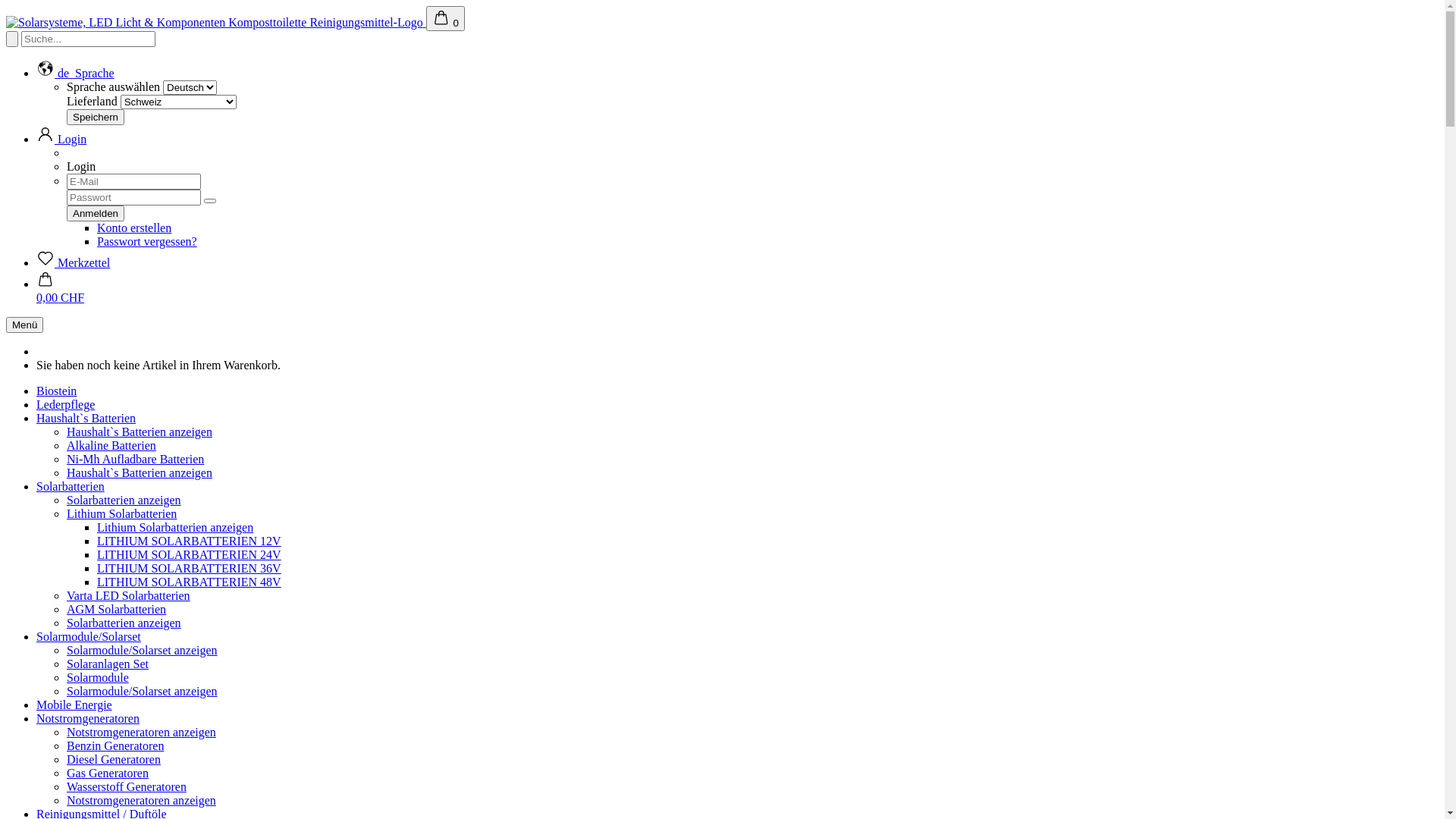  Describe the element at coordinates (111, 444) in the screenshot. I see `'Alkaline Batterien'` at that location.